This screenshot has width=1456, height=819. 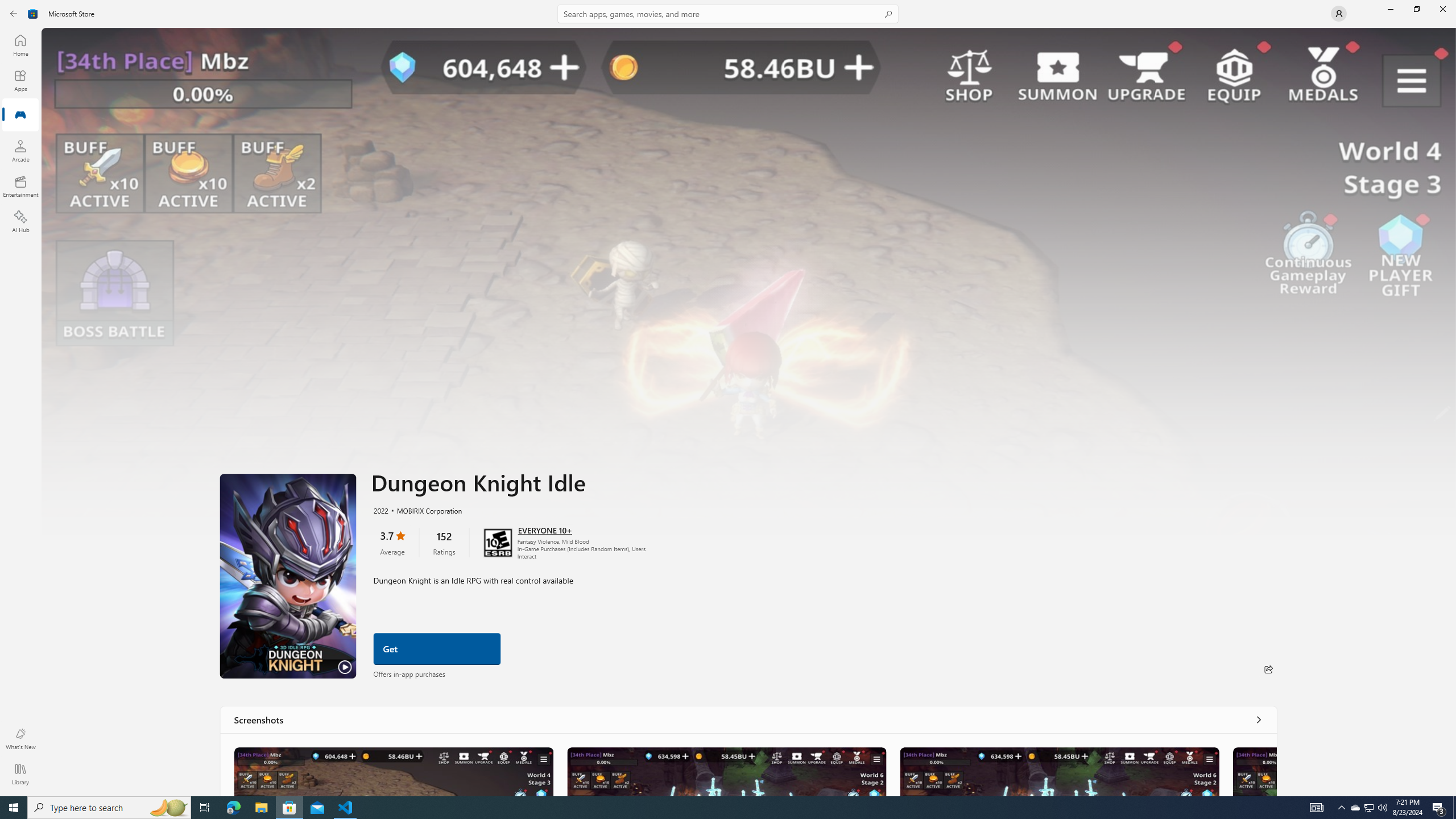 I want to click on 'Get', so click(x=436, y=649).